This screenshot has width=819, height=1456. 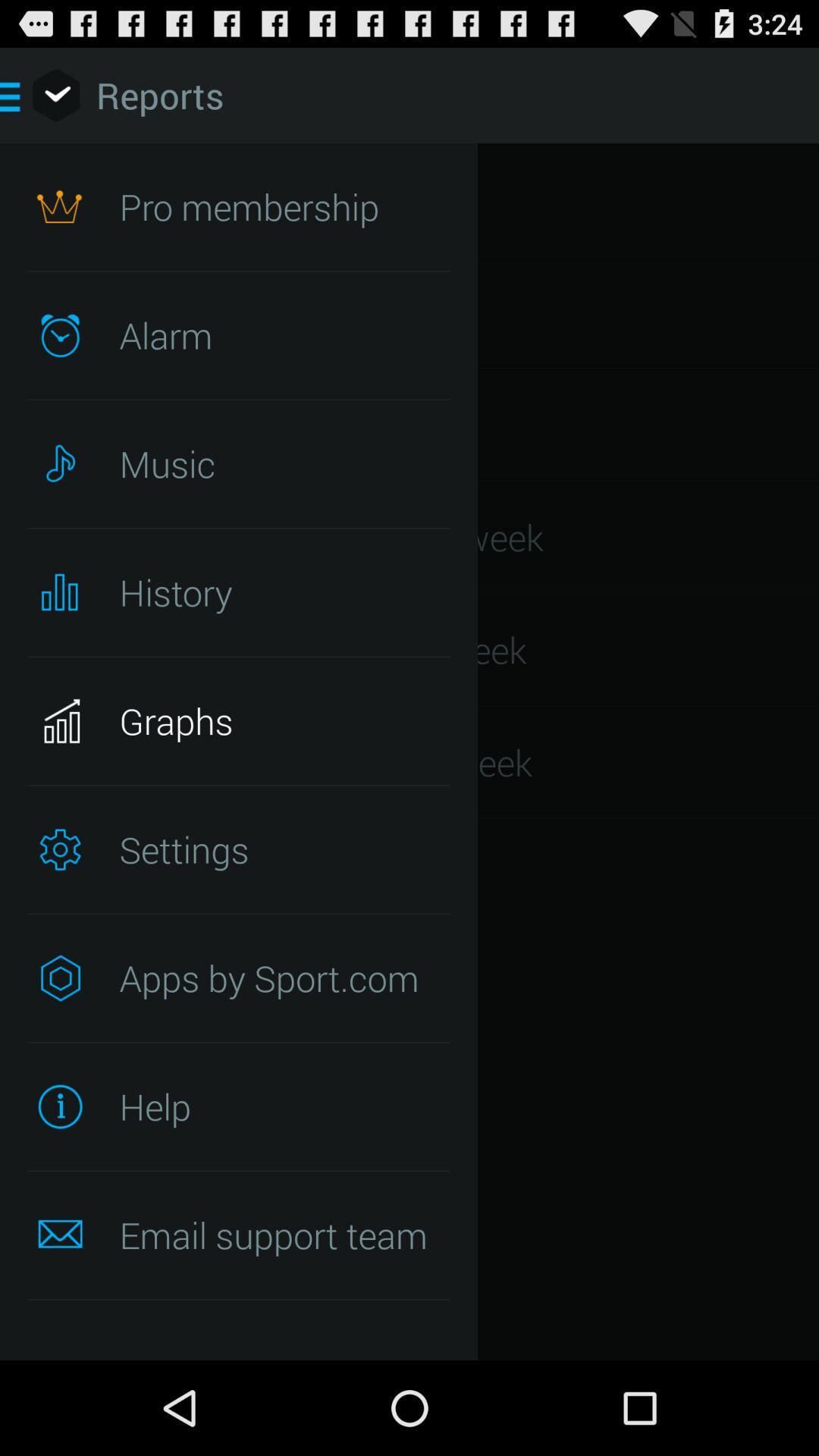 I want to click on icon next to menu and left to reports, so click(x=55, y=94).